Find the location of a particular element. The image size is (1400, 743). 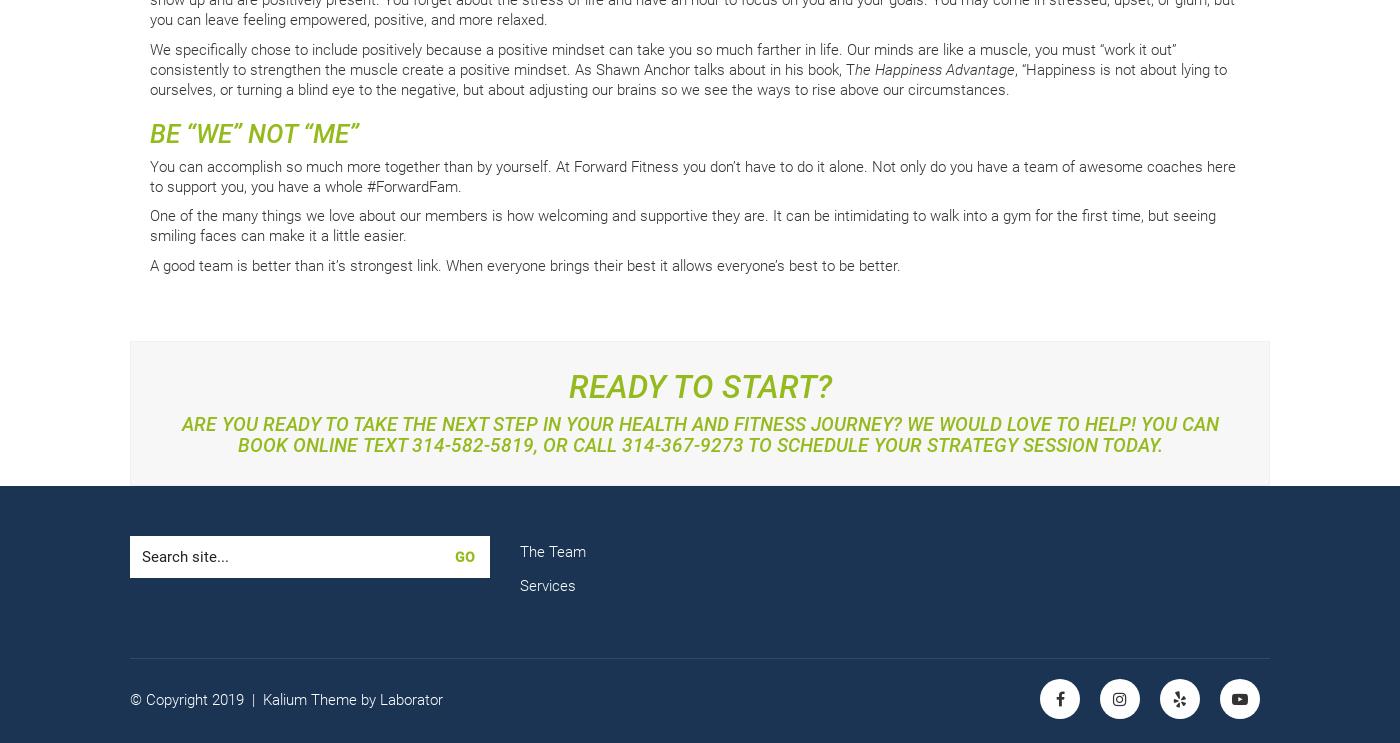

'A good team is better than it’s strongest link. When everyone brings their best it allows everyone’s best to be better.' is located at coordinates (525, 264).